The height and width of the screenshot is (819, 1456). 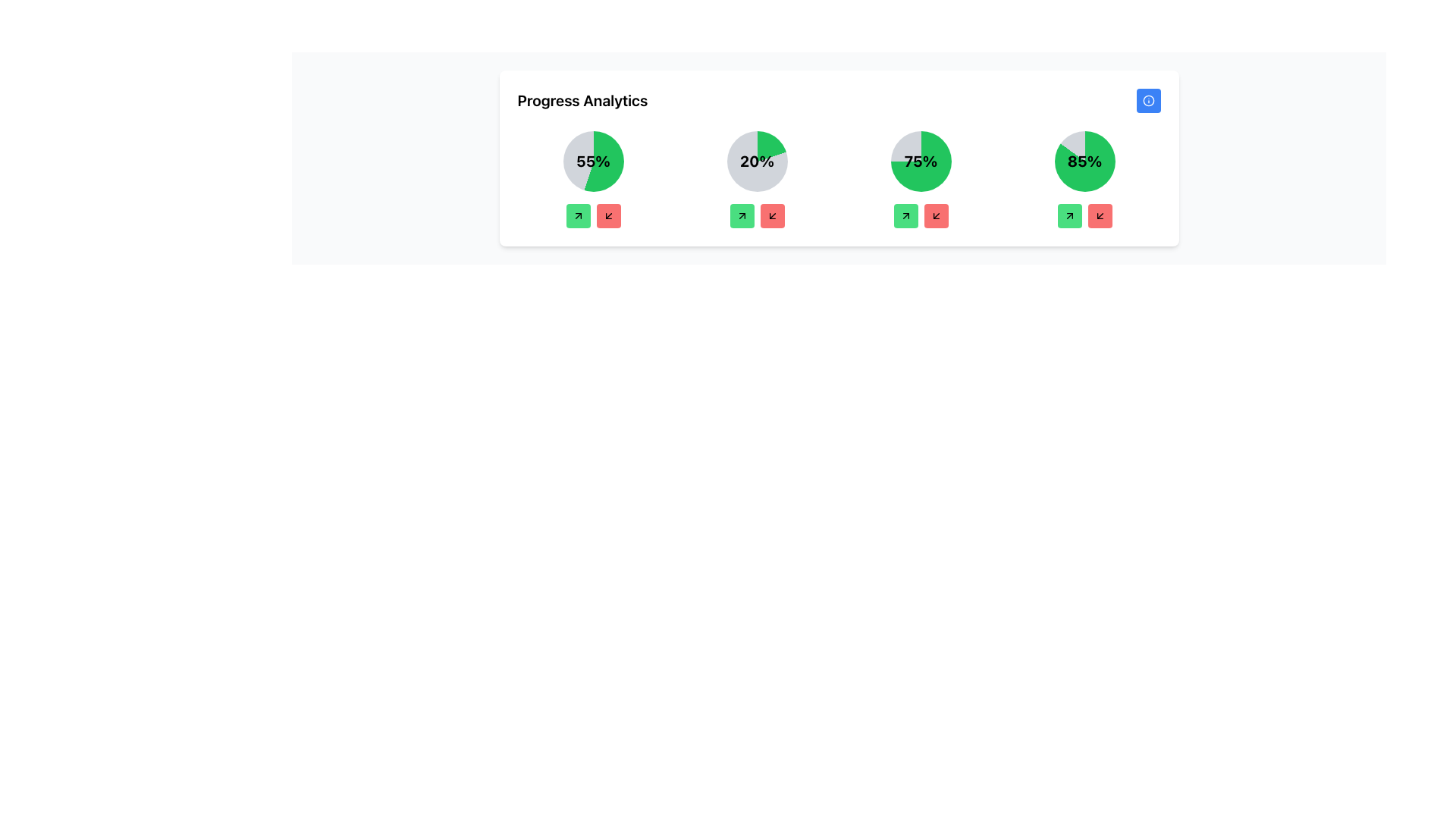 What do you see at coordinates (577, 216) in the screenshot?
I see `the green arrow icon with rounded corners located below the progress chart labeled '55%' in the 'Progress Analytics' card` at bounding box center [577, 216].